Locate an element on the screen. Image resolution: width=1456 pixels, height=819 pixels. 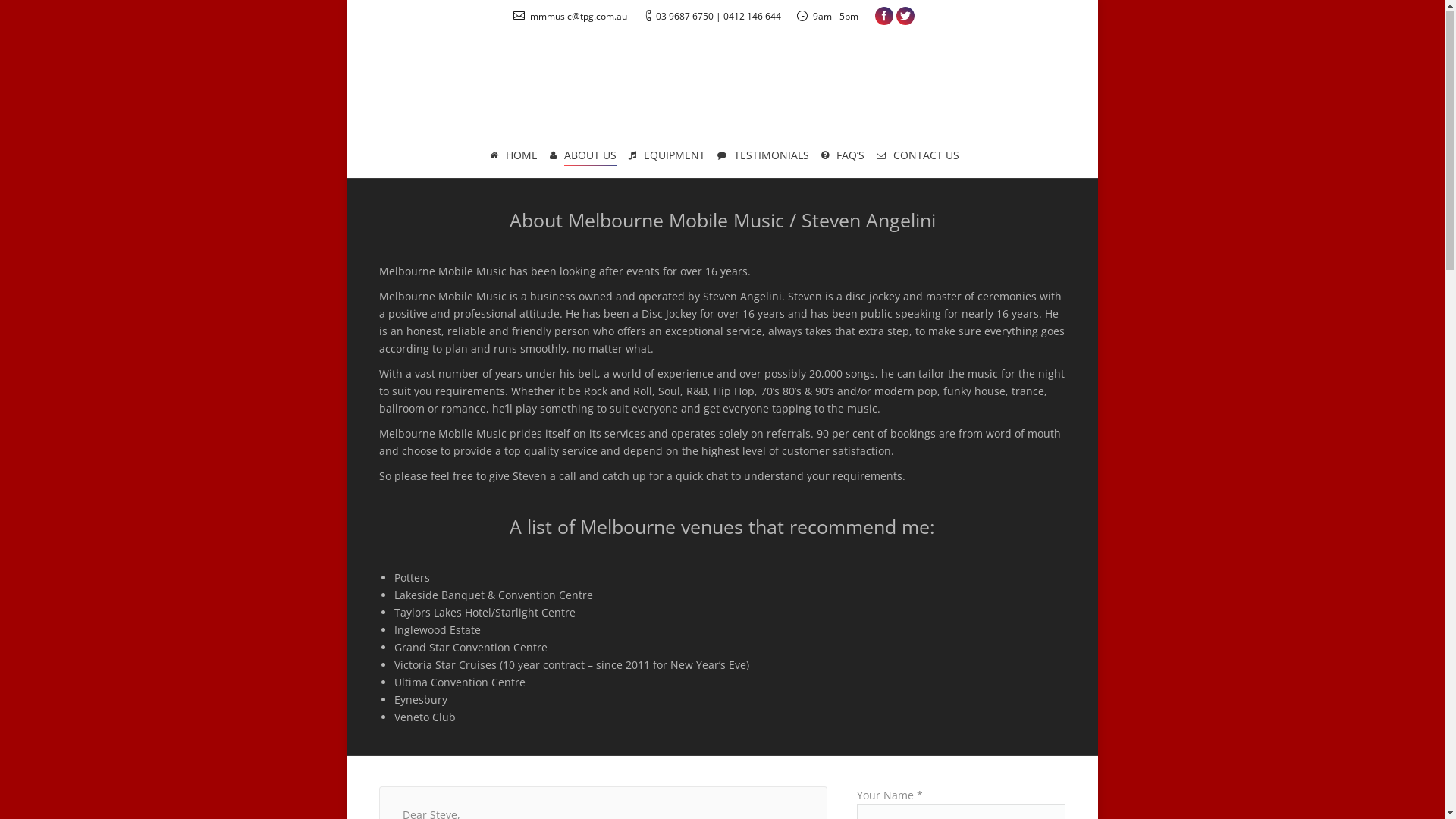
'Twitter' is located at coordinates (905, 17).